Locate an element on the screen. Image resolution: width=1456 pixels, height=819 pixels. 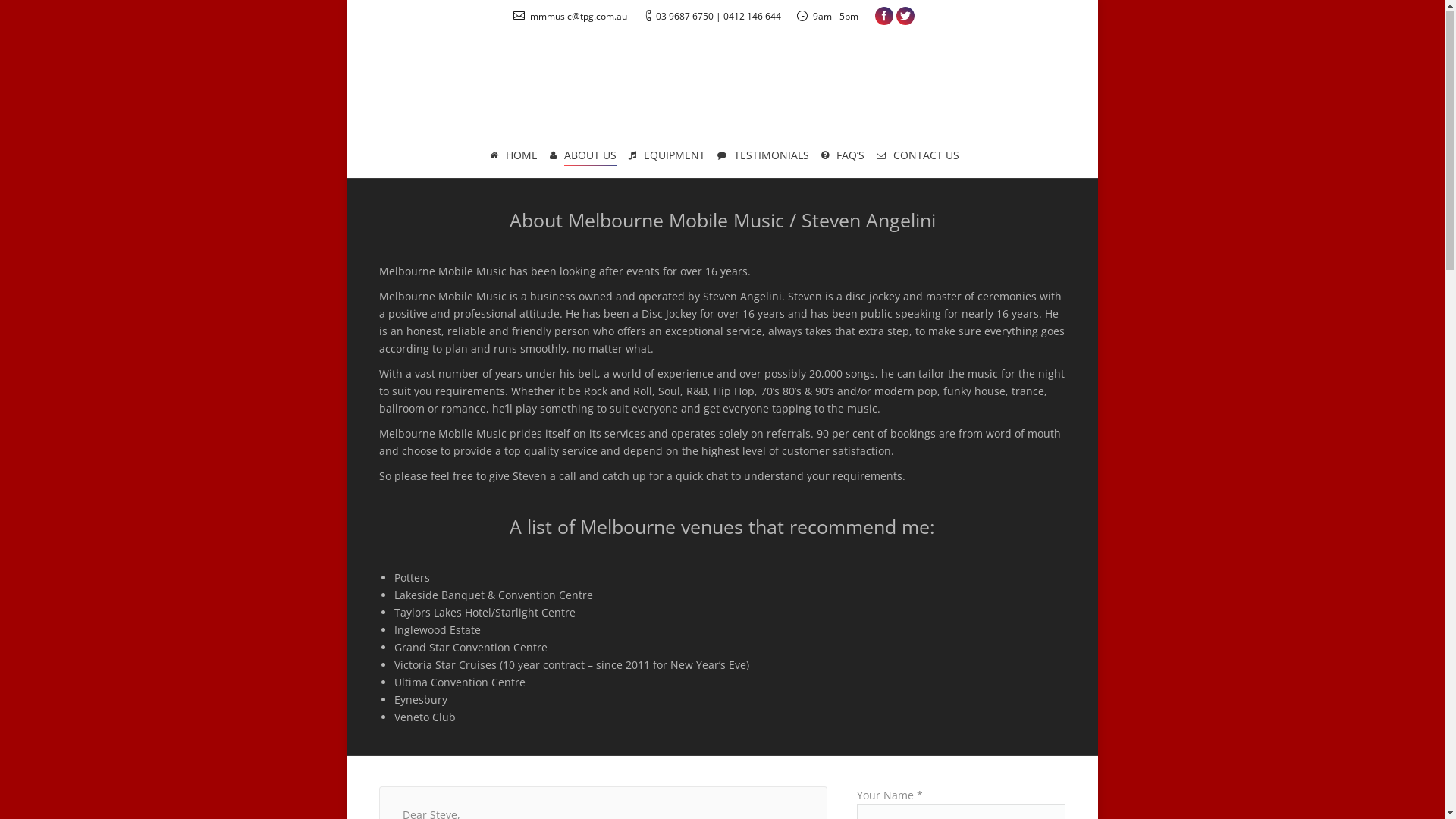
'Twitter' is located at coordinates (905, 17).